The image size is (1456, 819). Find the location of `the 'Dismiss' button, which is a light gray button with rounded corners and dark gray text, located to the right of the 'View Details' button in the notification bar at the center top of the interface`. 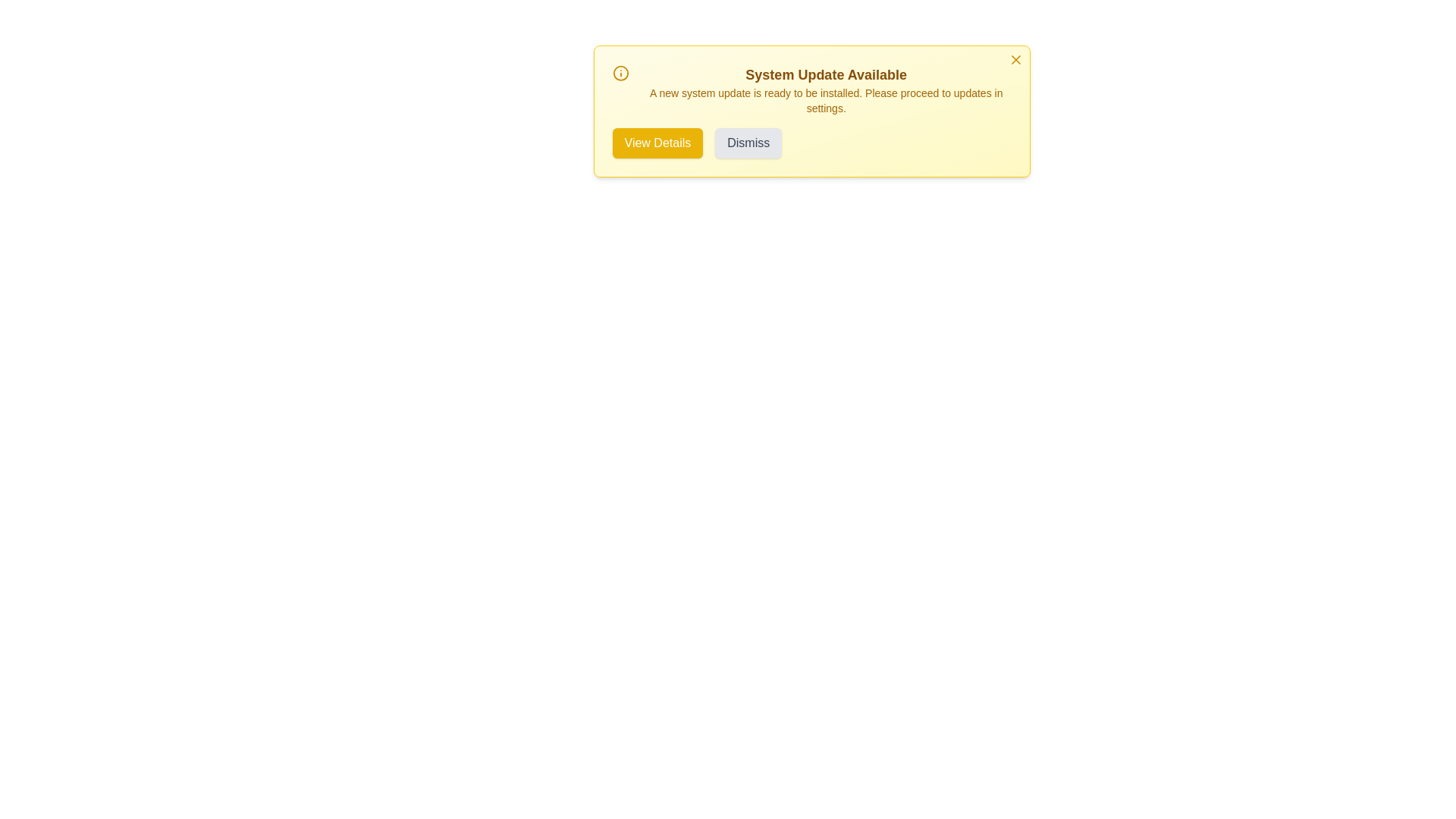

the 'Dismiss' button, which is a light gray button with rounded corners and dark gray text, located to the right of the 'View Details' button in the notification bar at the center top of the interface is located at coordinates (748, 143).